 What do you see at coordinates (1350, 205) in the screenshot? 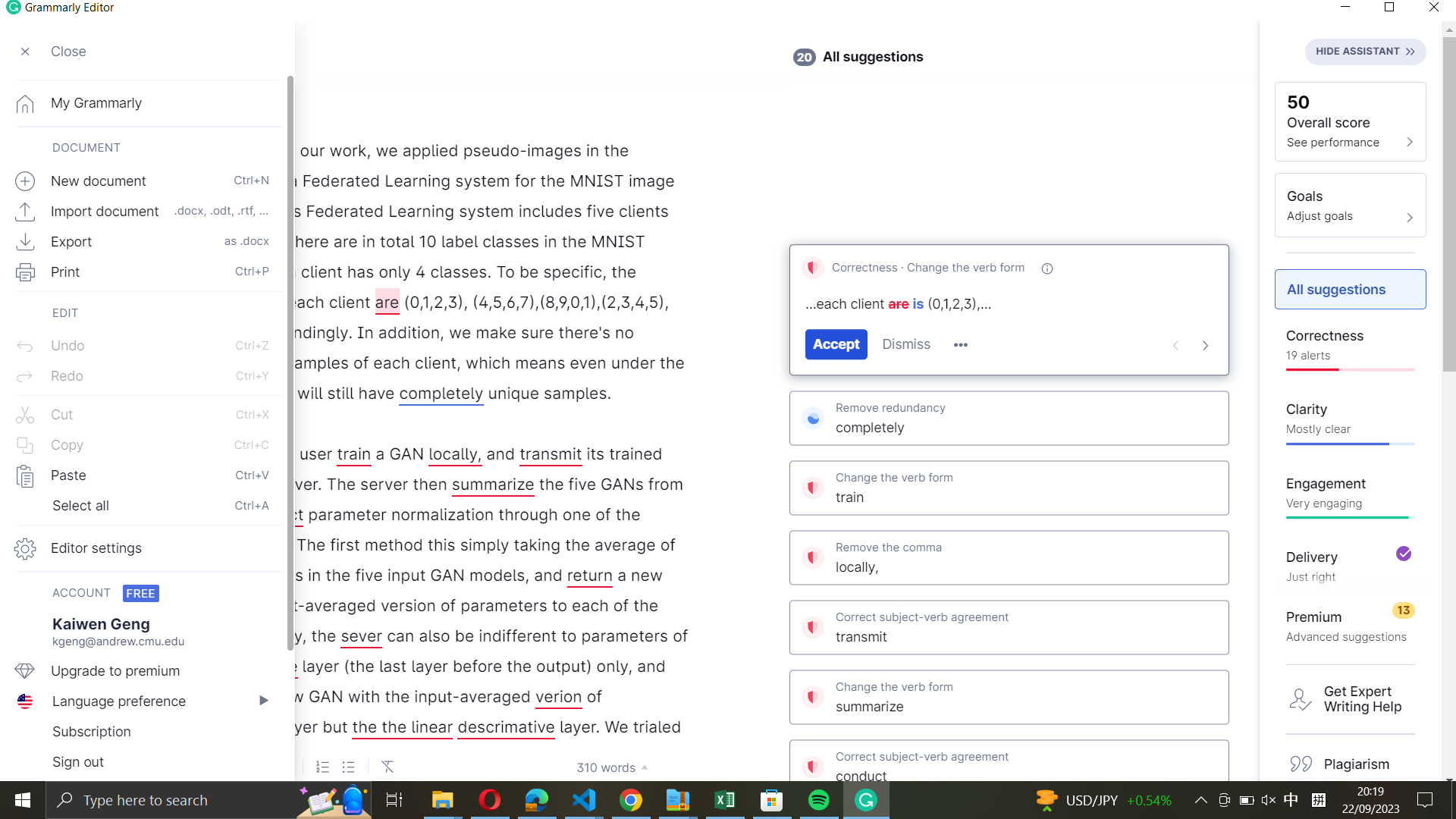
I see `Widen the aims part` at bounding box center [1350, 205].